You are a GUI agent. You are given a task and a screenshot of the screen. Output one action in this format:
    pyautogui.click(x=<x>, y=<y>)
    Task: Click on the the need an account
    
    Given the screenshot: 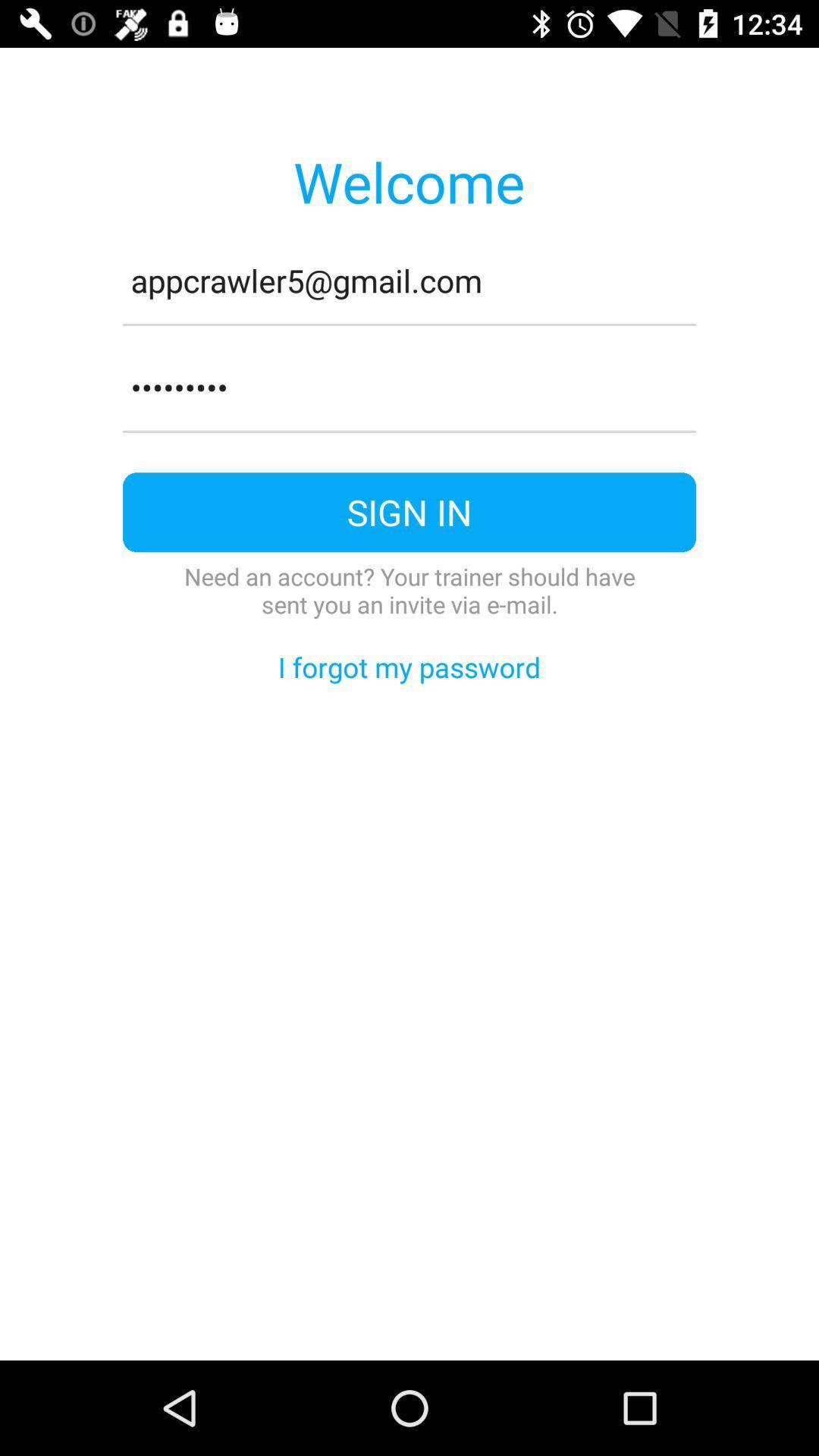 What is the action you would take?
    pyautogui.click(x=409, y=589)
    